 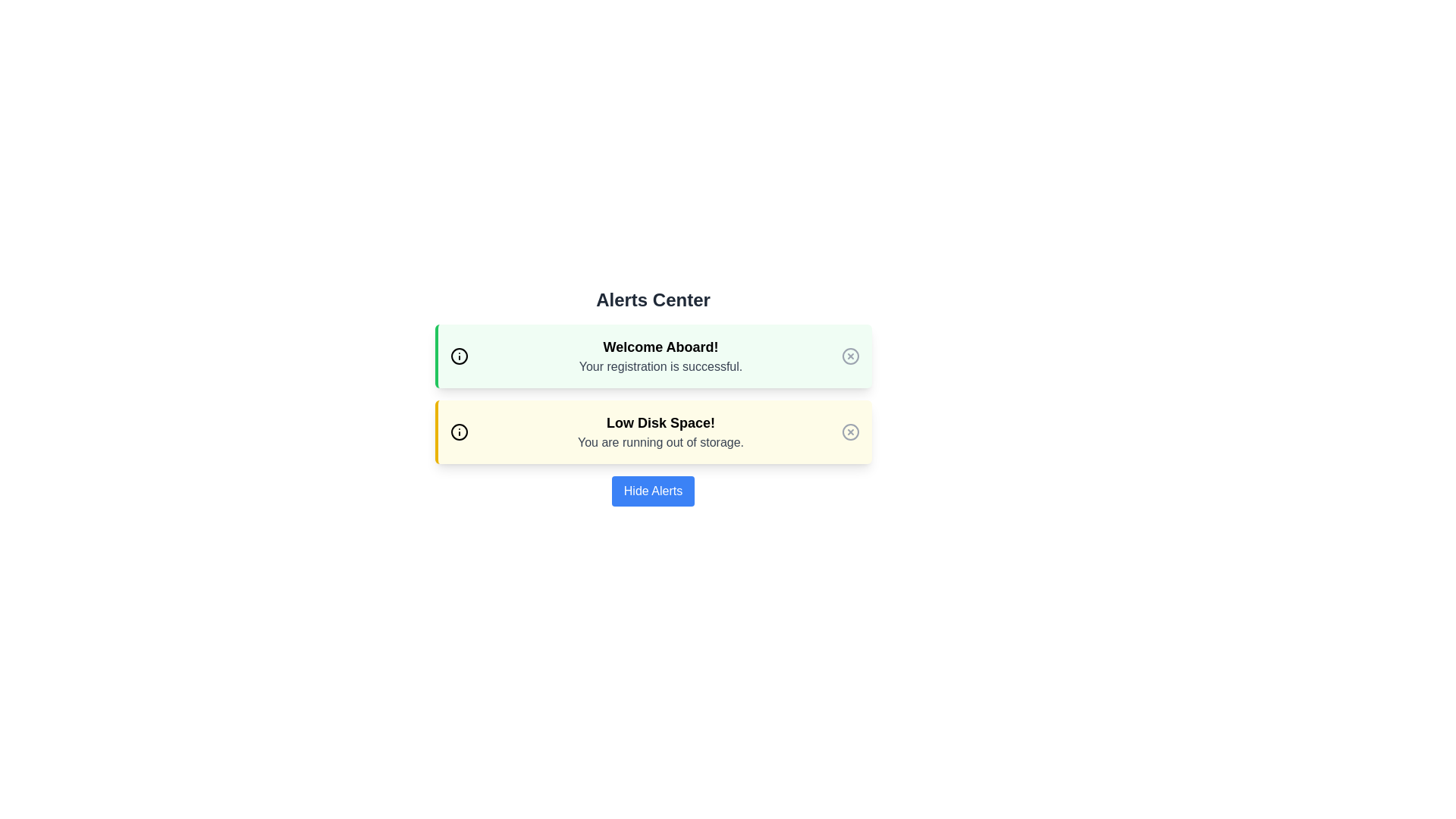 What do you see at coordinates (661, 442) in the screenshot?
I see `the text element displaying the message 'You are running out of storage.' which is styled in gray and positioned below the title 'Low Disk Space!'` at bounding box center [661, 442].